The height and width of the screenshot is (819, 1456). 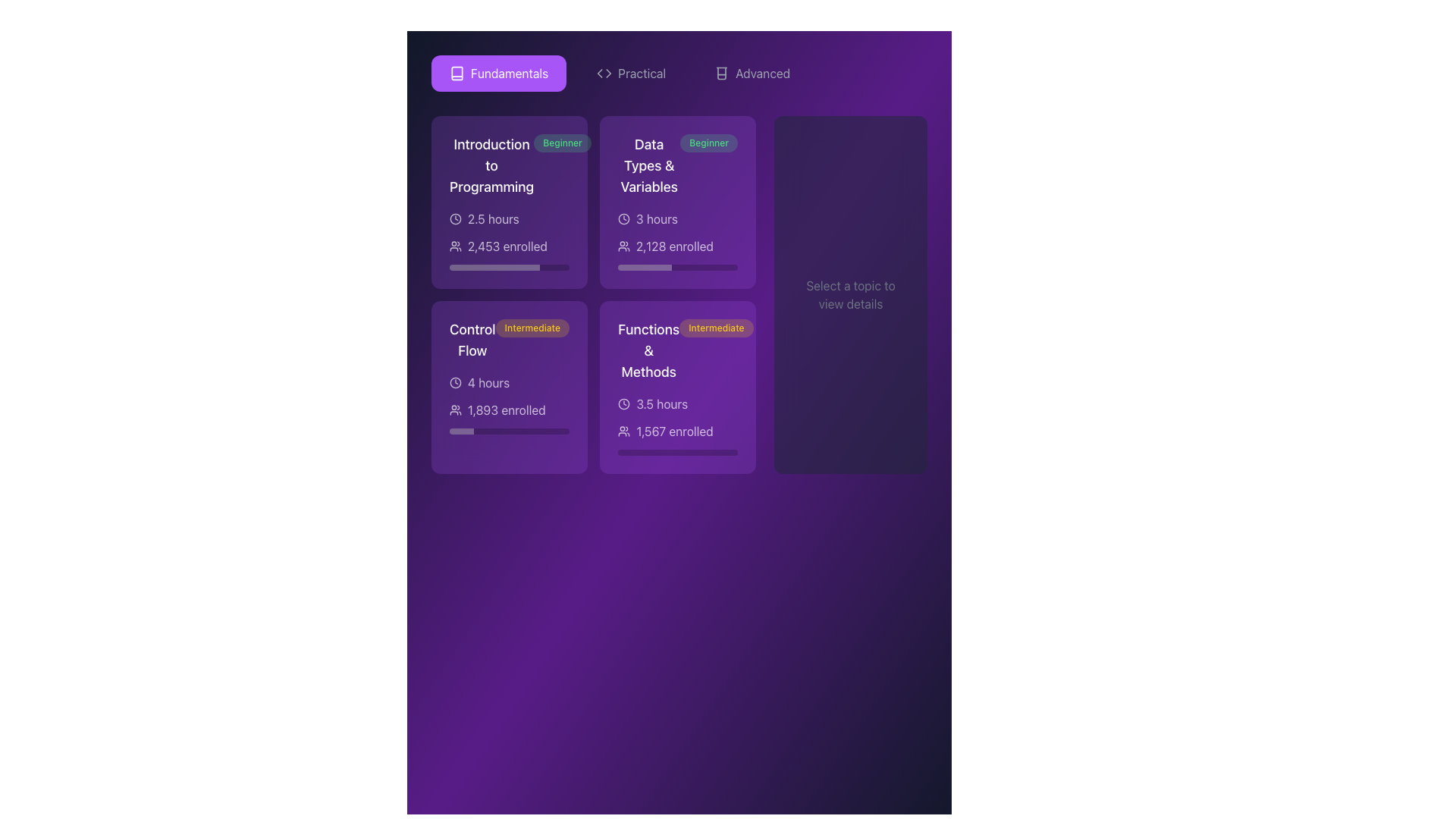 I want to click on displayed information from the Text Label with Icon that shows '3.5 hours' next to a clock icon, located in the fourth card of the lesson grid titled 'Functions & Methods', so click(x=676, y=403).